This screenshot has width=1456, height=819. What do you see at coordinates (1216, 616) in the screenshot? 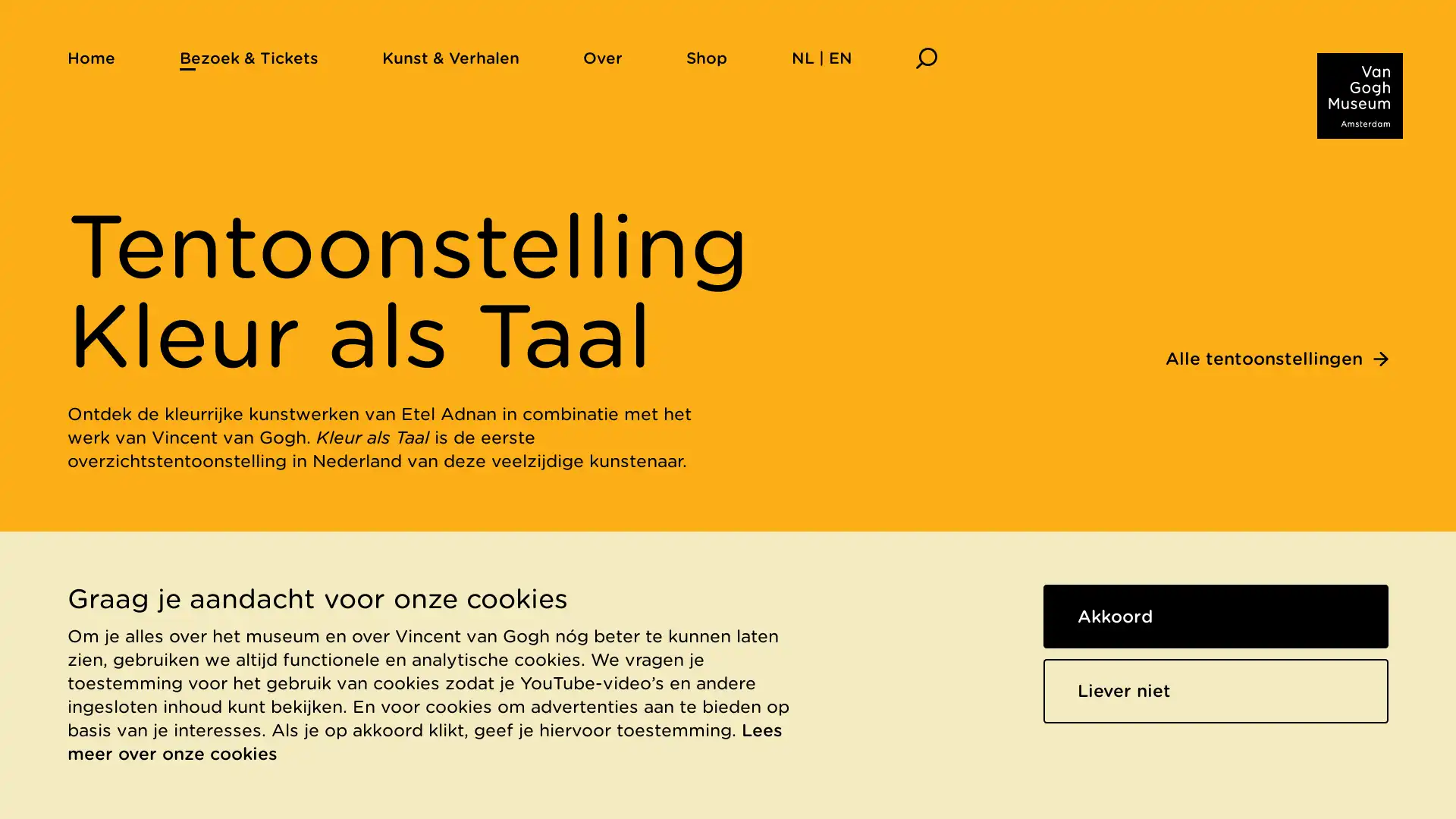
I see `Akkoord` at bounding box center [1216, 616].